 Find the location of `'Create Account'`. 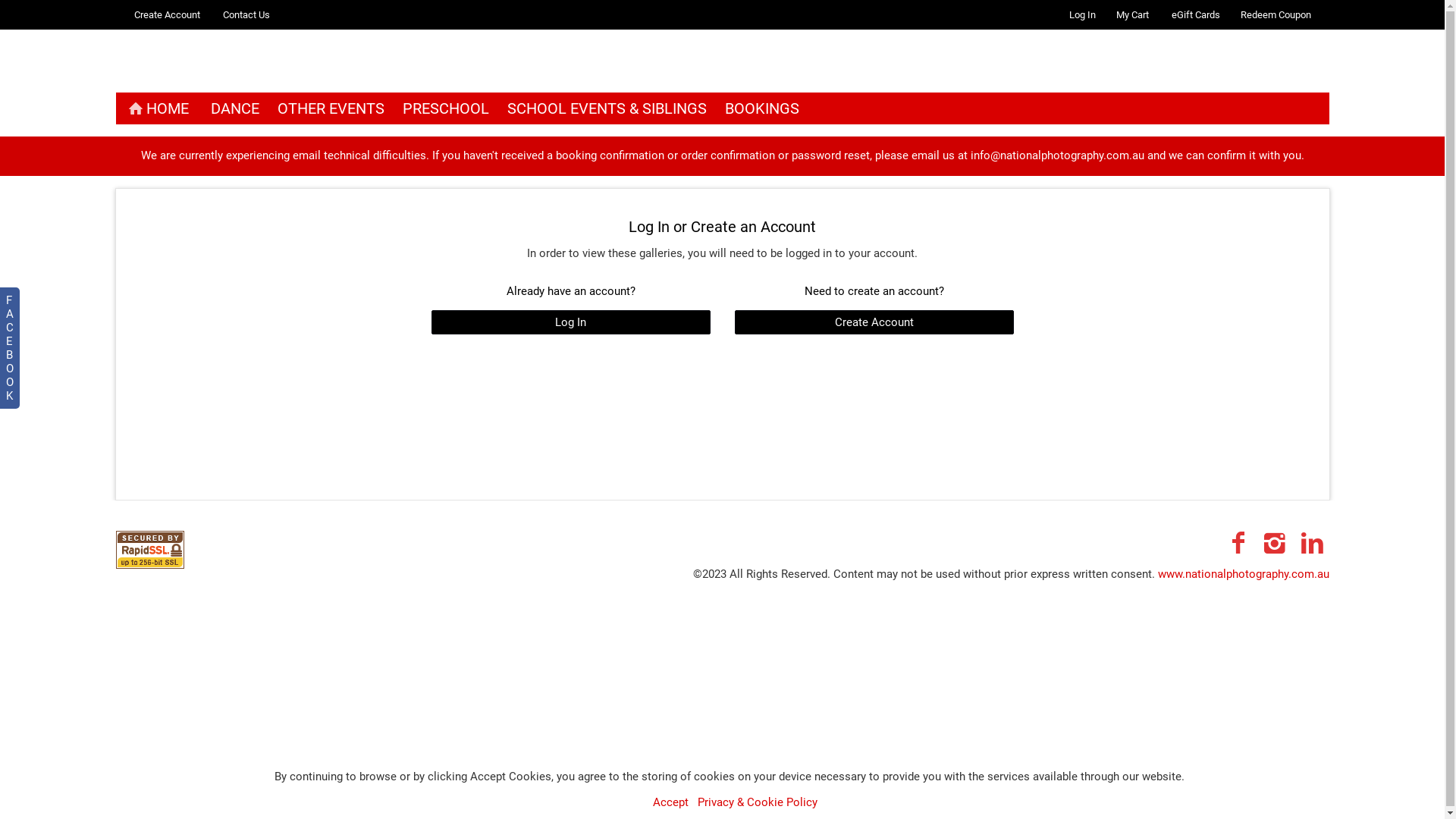

'Create Account' is located at coordinates (166, 14).